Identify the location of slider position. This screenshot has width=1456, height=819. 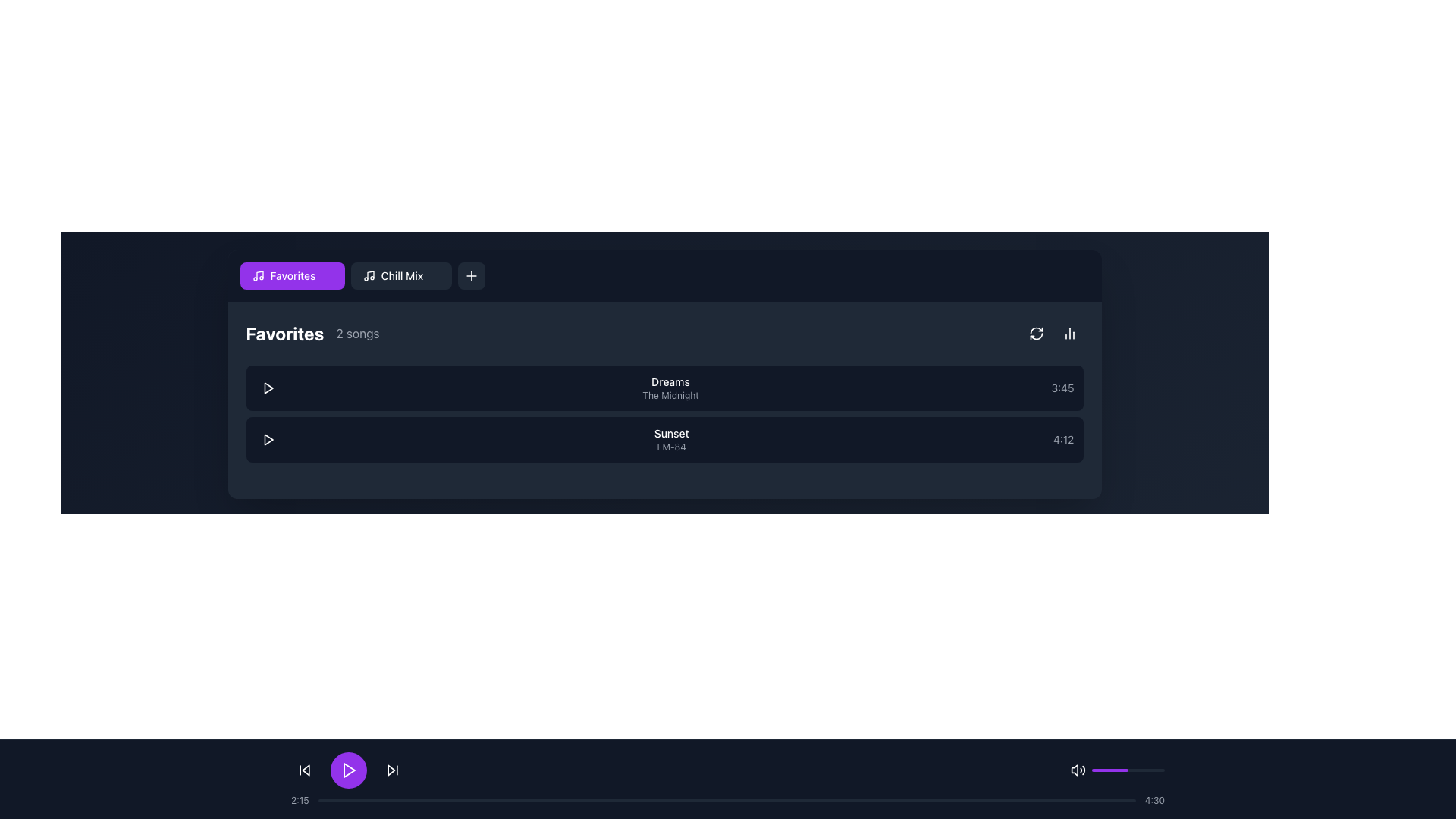
(1159, 770).